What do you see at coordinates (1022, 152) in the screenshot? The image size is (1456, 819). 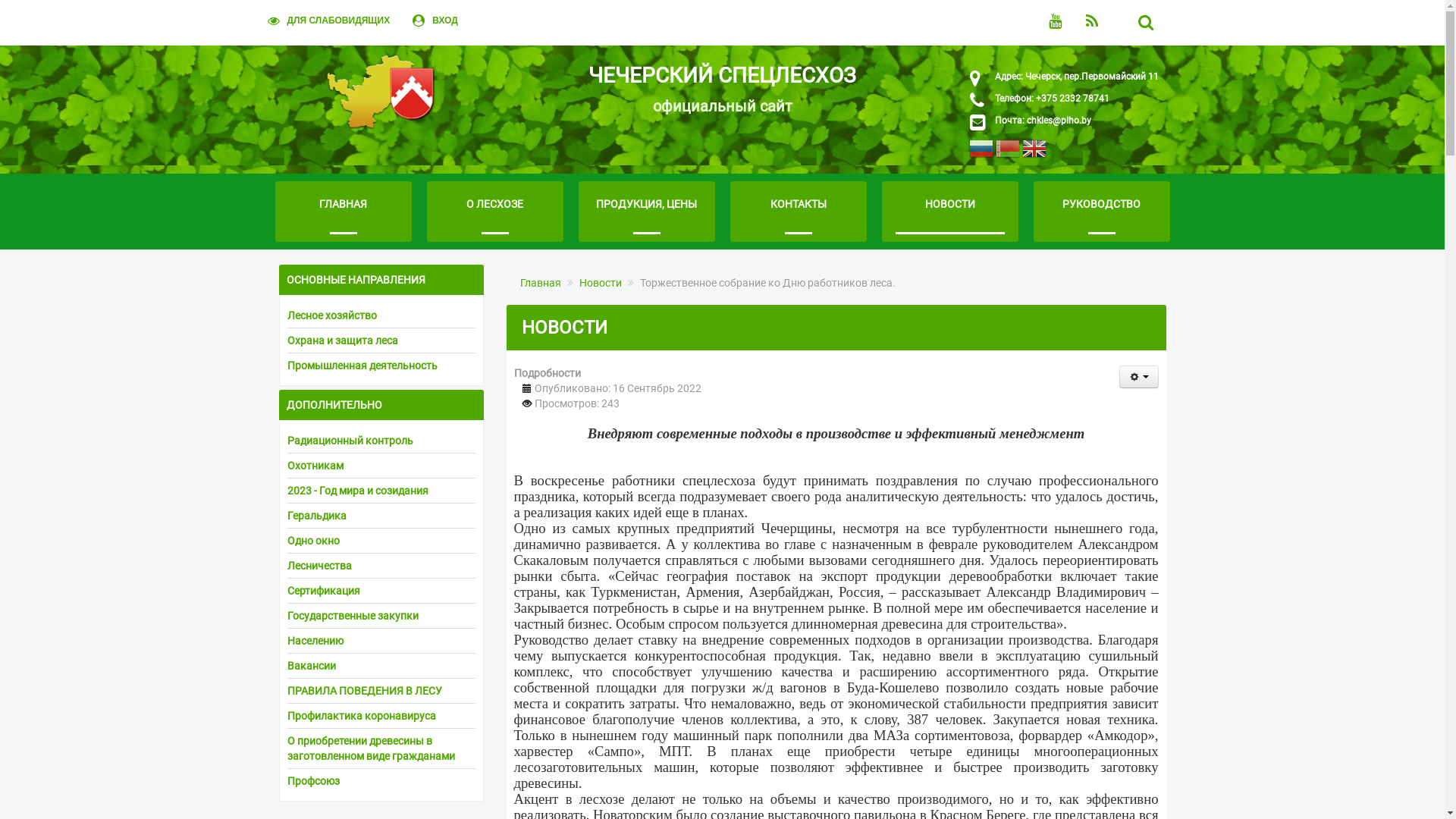 I see `'English'` at bounding box center [1022, 152].